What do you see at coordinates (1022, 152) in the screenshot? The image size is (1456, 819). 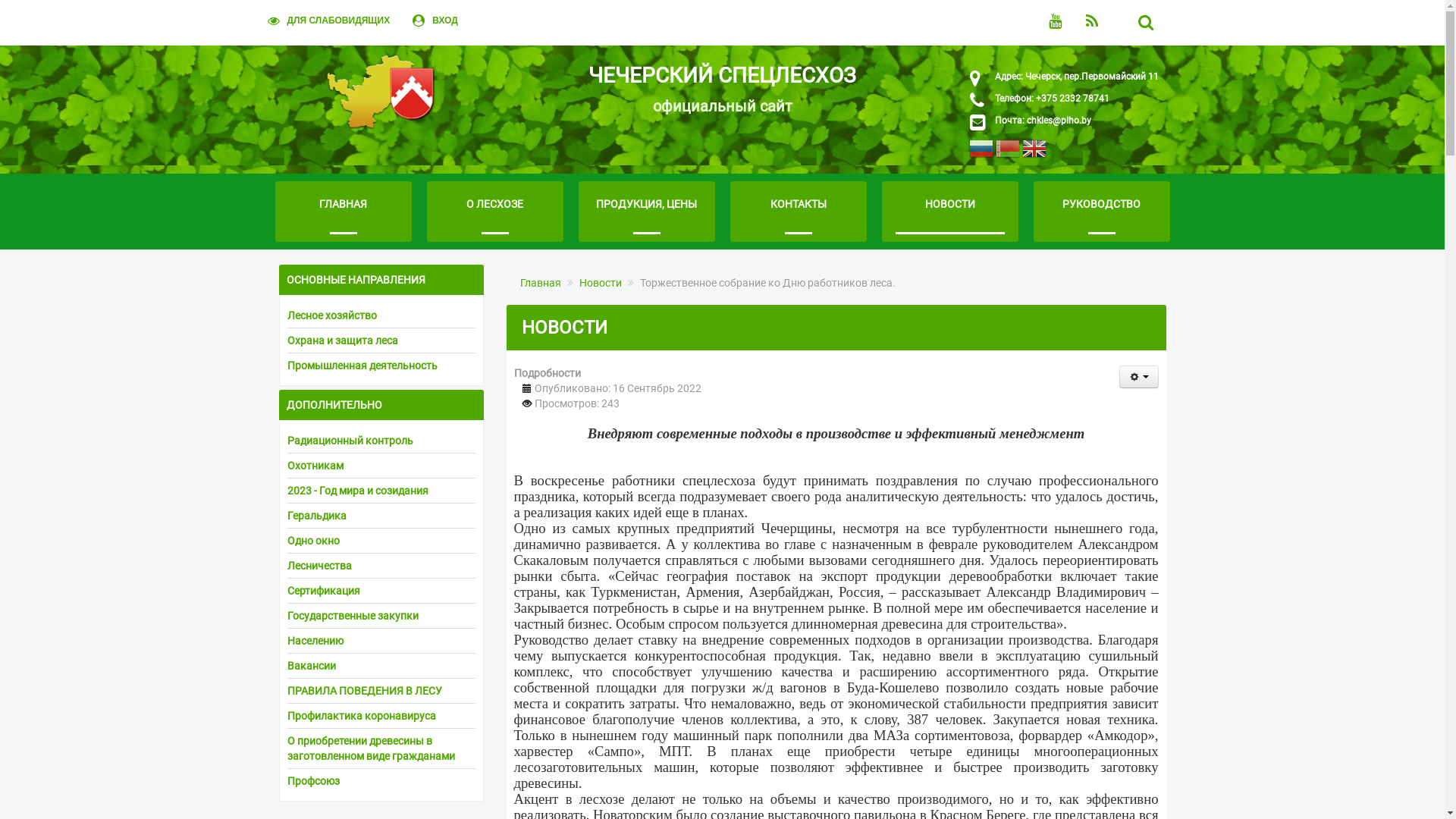 I see `'English'` at bounding box center [1022, 152].